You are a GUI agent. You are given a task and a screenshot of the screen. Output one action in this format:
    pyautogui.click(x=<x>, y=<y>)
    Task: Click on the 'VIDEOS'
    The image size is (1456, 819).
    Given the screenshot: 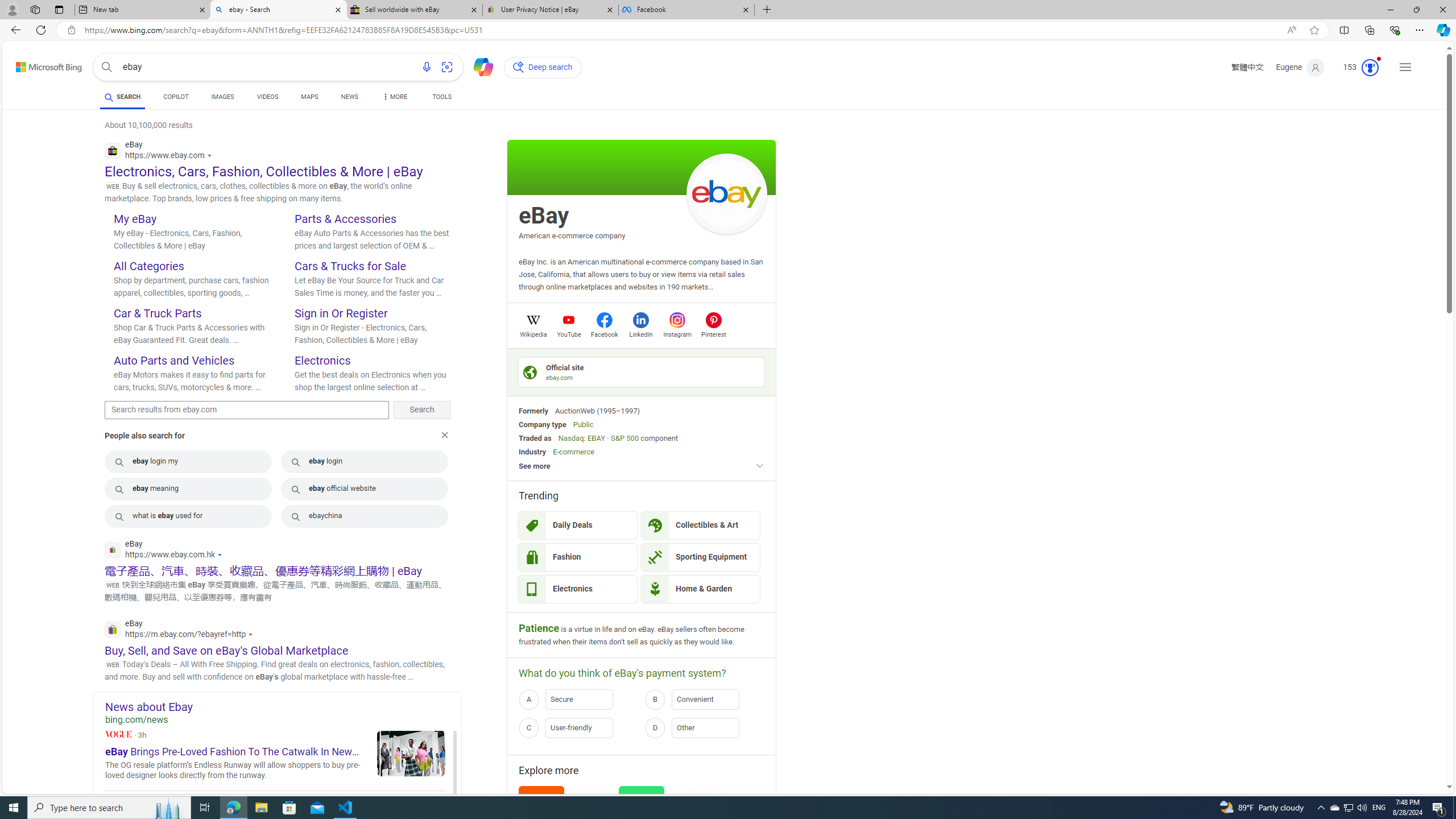 What is the action you would take?
    pyautogui.click(x=267, y=98)
    